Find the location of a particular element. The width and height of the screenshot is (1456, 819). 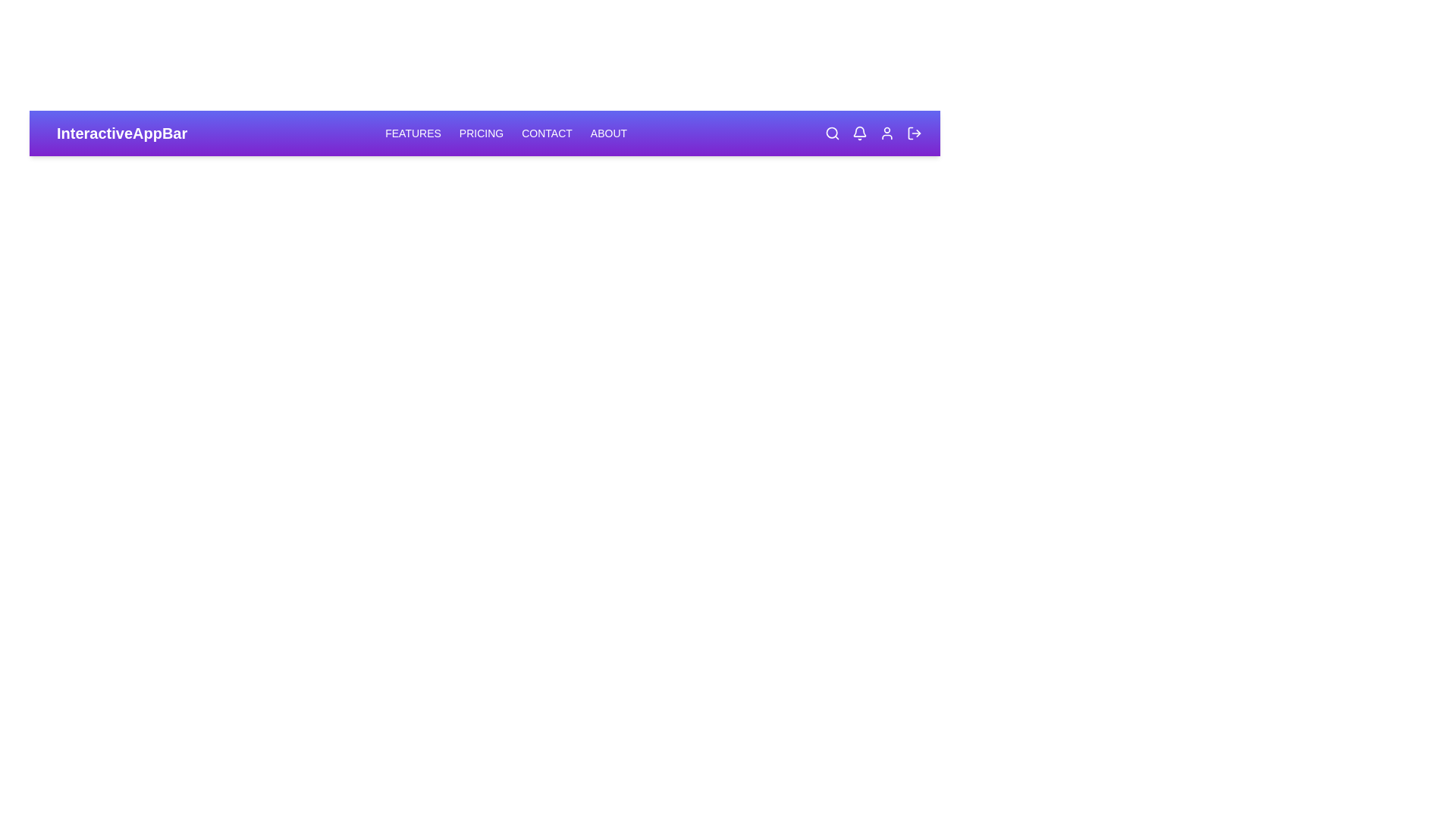

the 'About' link in the navigation bar is located at coordinates (607, 133).